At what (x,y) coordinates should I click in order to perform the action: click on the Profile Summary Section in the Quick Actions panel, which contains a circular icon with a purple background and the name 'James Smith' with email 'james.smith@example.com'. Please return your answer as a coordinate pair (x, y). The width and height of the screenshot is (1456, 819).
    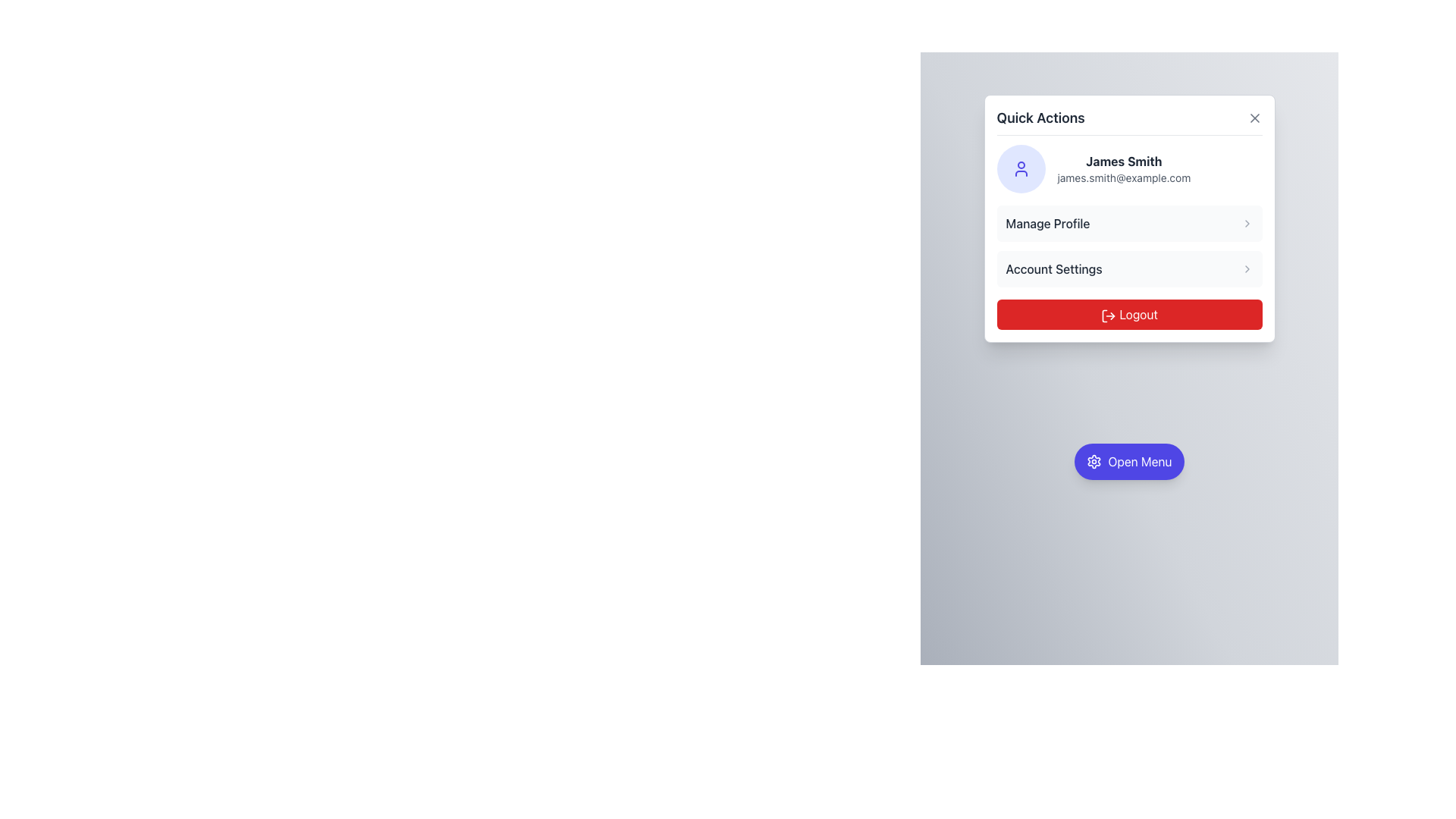
    Looking at the image, I should click on (1129, 169).